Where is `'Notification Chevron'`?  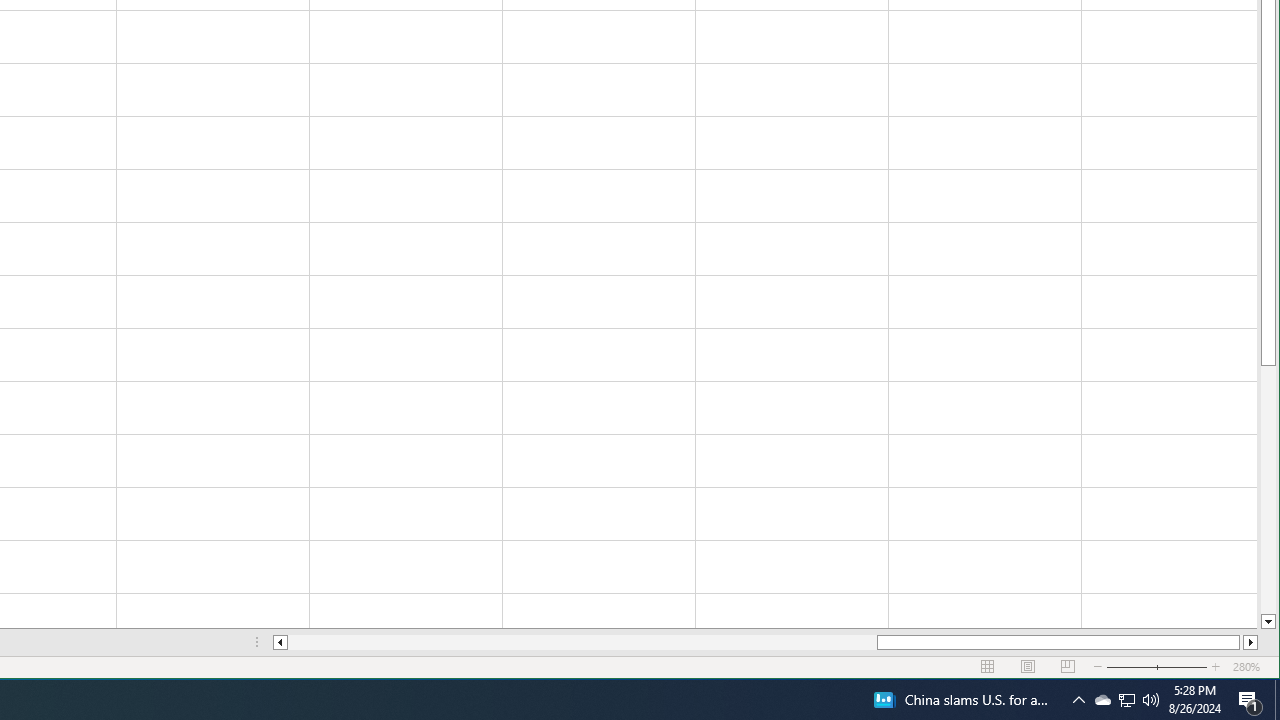
'Notification Chevron' is located at coordinates (1078, 698).